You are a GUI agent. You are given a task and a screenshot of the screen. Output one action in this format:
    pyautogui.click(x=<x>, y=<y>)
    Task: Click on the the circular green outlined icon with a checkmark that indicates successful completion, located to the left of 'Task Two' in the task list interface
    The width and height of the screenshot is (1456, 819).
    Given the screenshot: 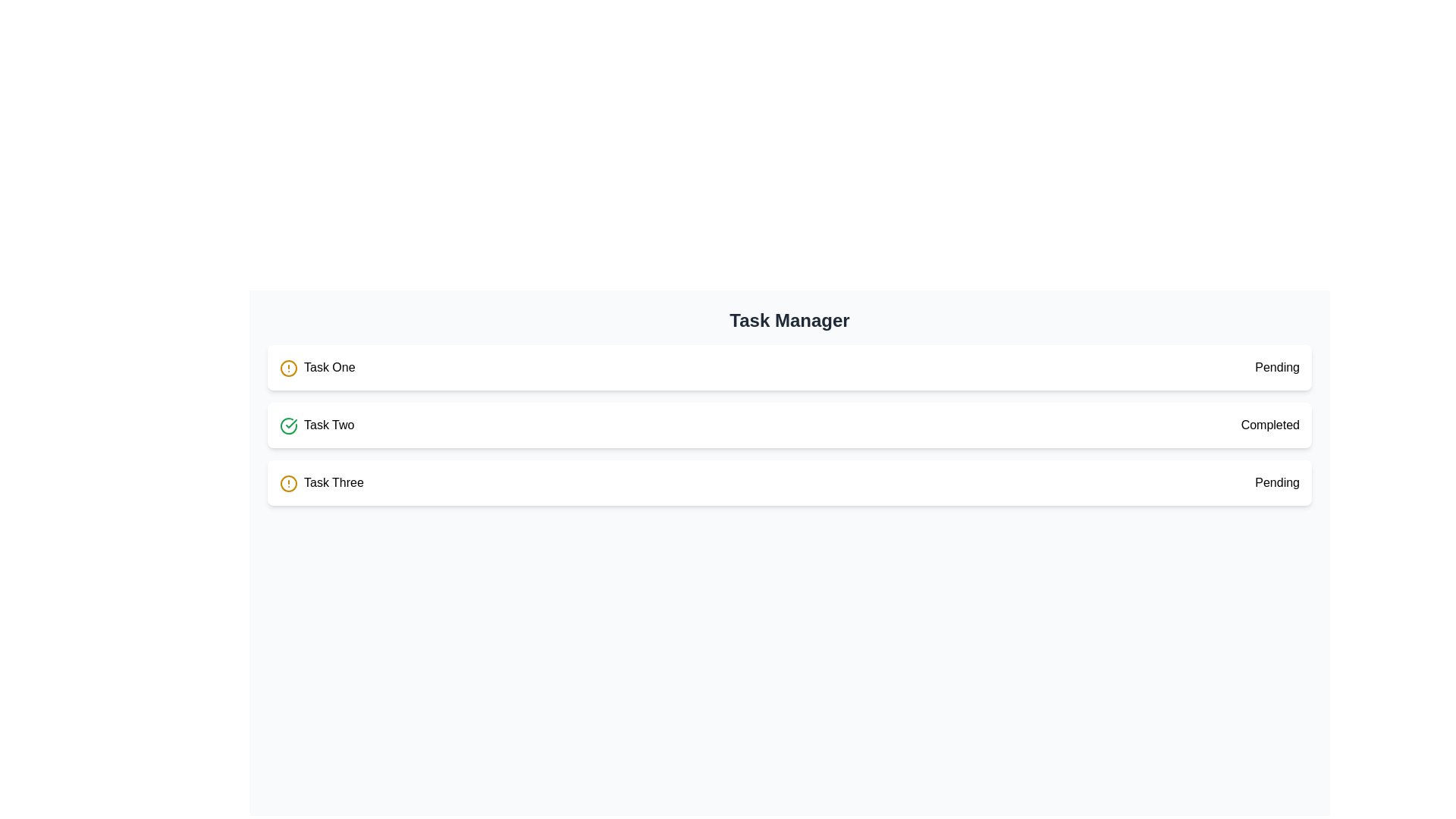 What is the action you would take?
    pyautogui.click(x=288, y=426)
    